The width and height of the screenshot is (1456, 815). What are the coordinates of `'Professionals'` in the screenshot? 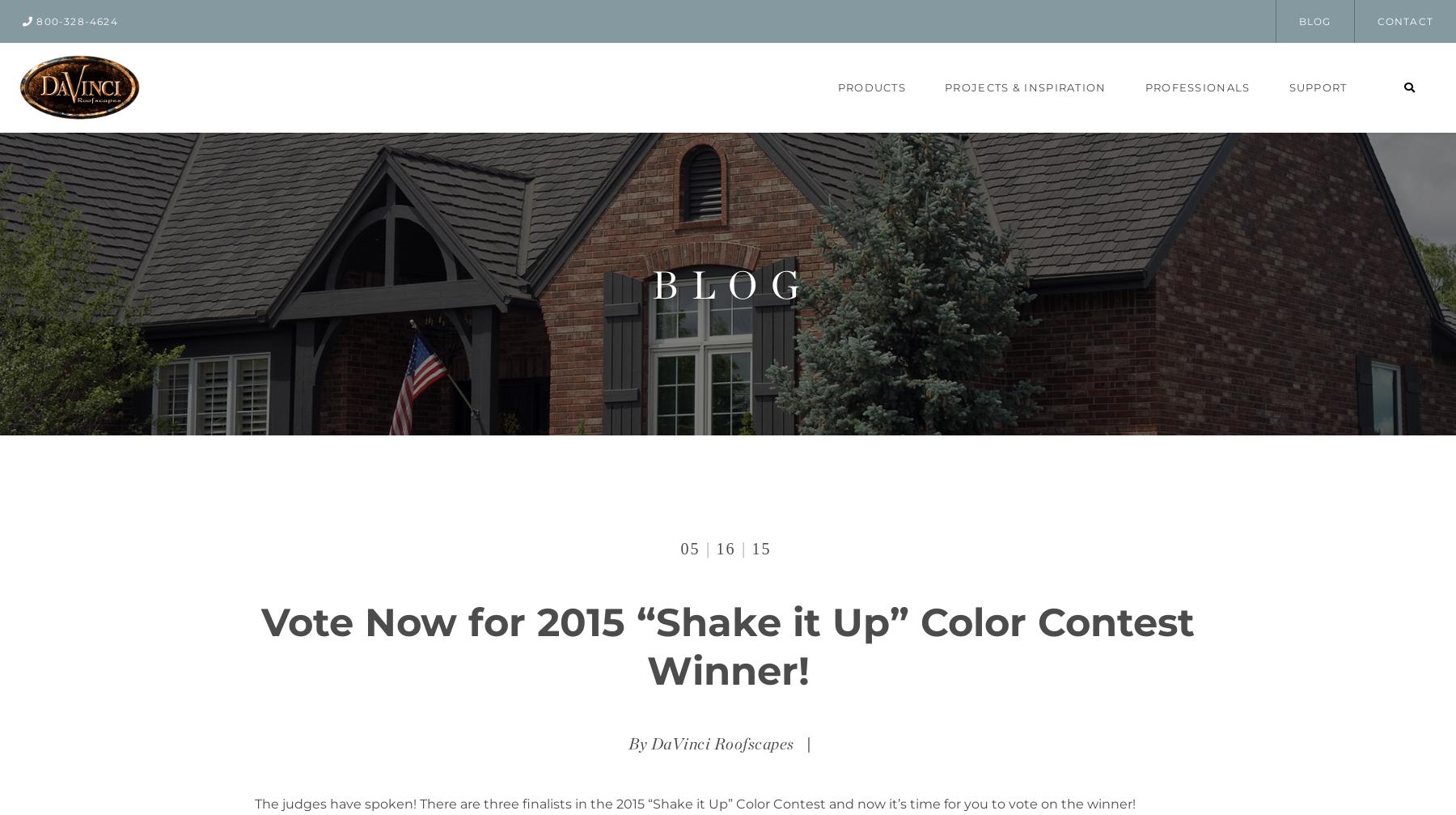 It's located at (1143, 87).